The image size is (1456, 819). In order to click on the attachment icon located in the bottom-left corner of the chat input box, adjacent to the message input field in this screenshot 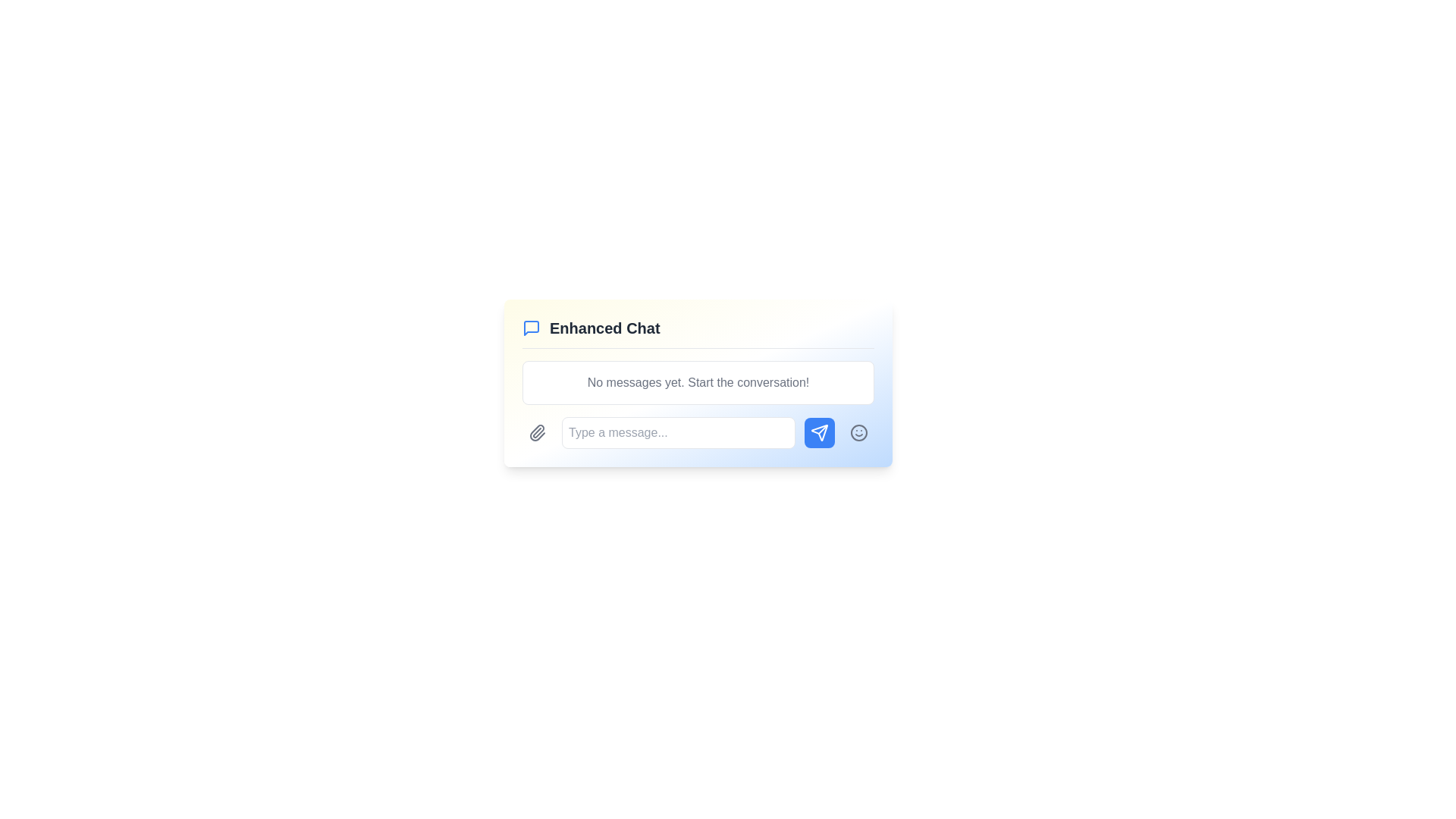, I will do `click(537, 432)`.